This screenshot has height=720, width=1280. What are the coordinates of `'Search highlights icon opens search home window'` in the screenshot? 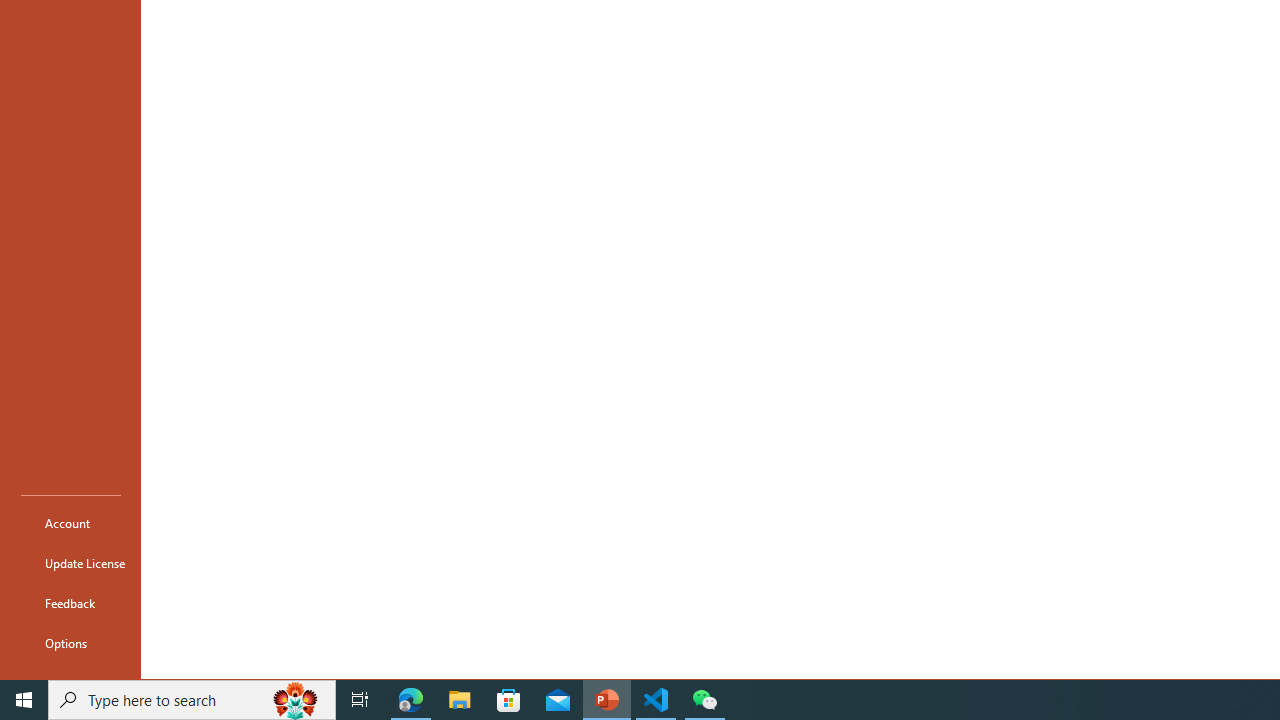 It's located at (294, 698).